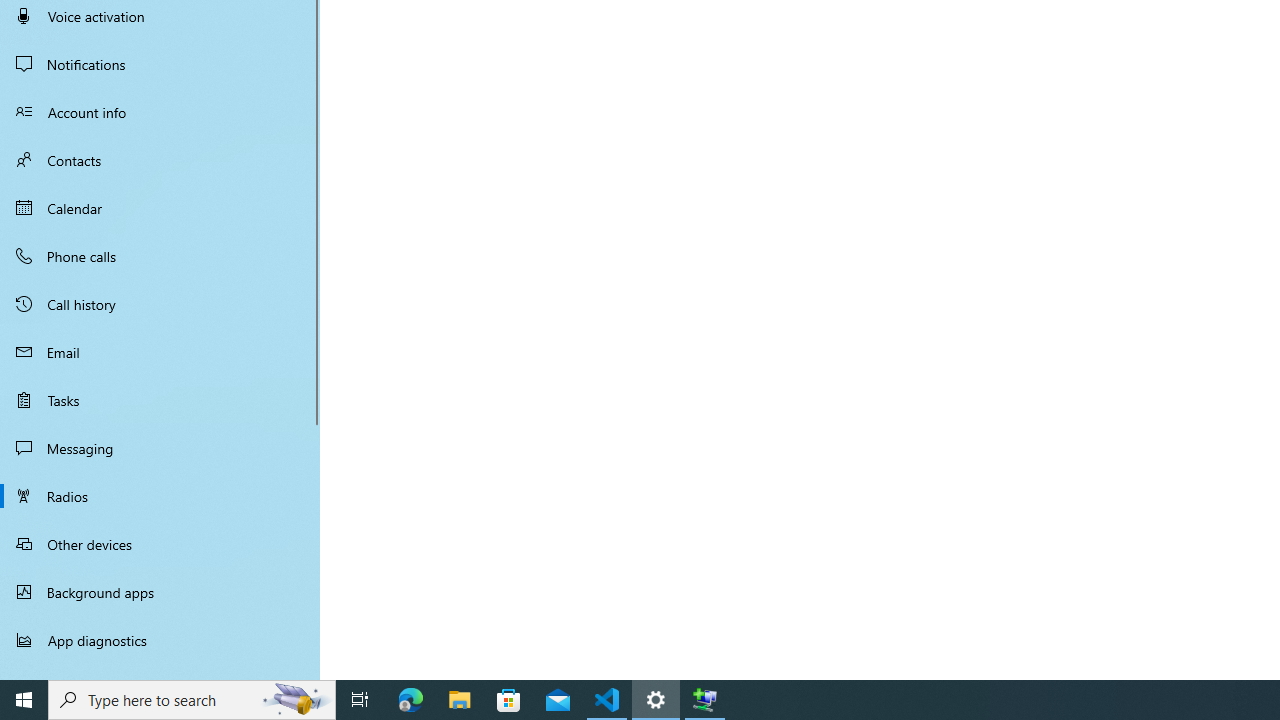  What do you see at coordinates (459, 698) in the screenshot?
I see `'File Explorer'` at bounding box center [459, 698].